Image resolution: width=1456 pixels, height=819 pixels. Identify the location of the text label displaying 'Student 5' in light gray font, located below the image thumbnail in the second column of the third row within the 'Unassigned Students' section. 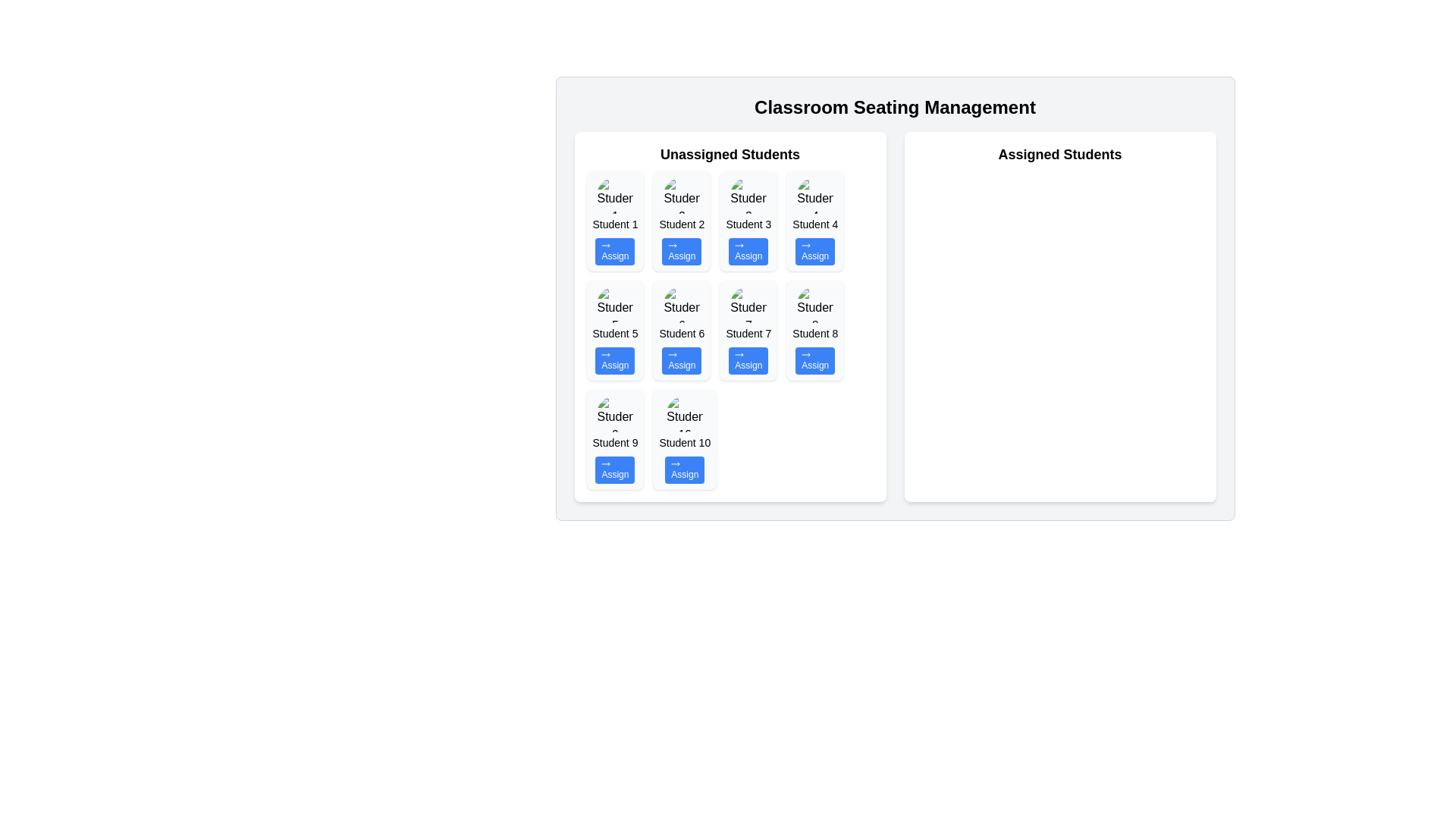
(615, 332).